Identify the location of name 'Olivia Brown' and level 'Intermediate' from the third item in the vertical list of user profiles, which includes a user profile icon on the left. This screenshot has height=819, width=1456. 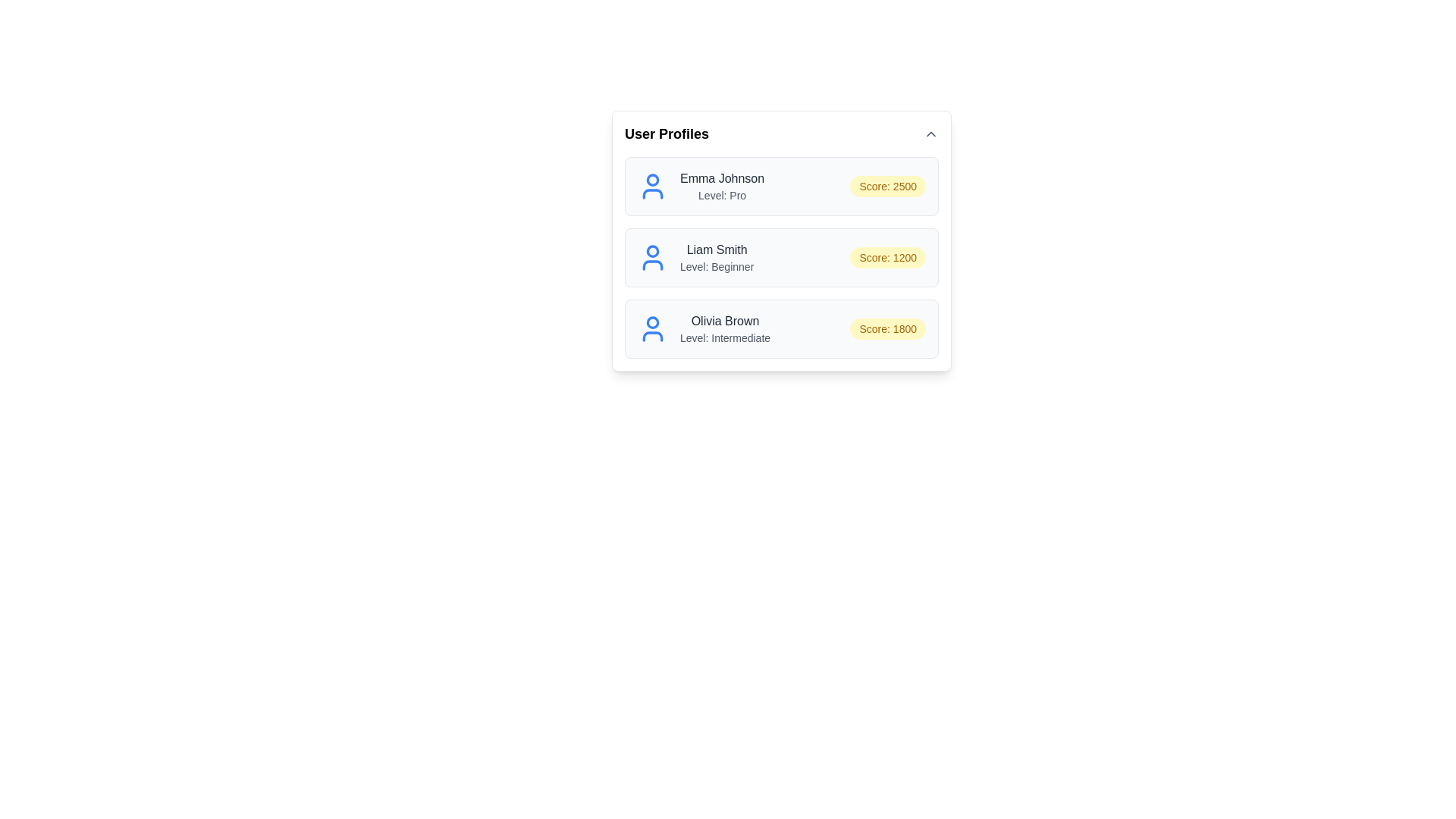
(703, 328).